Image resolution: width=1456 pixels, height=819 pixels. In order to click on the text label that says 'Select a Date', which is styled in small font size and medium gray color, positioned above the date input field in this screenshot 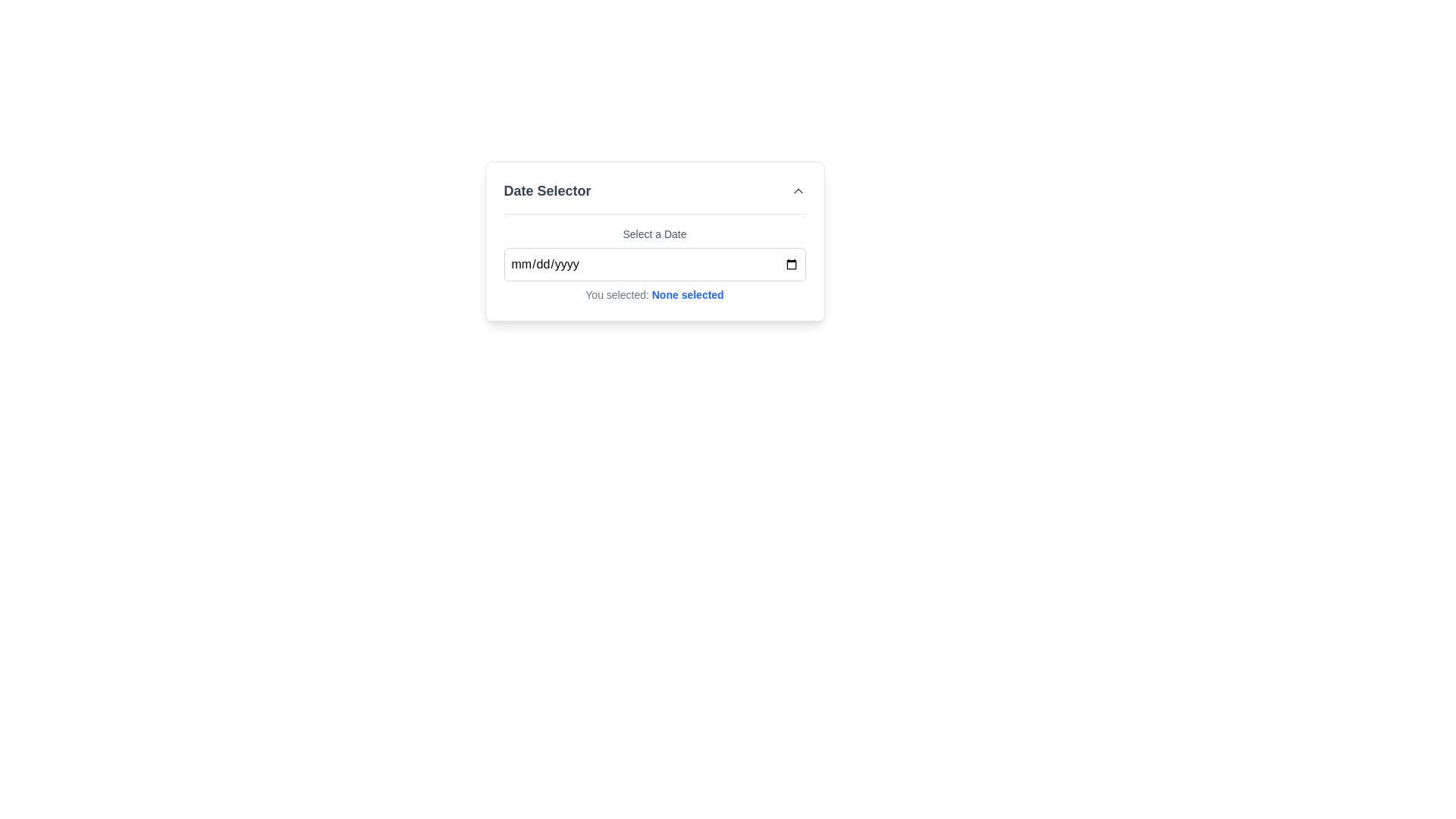, I will do `click(654, 234)`.